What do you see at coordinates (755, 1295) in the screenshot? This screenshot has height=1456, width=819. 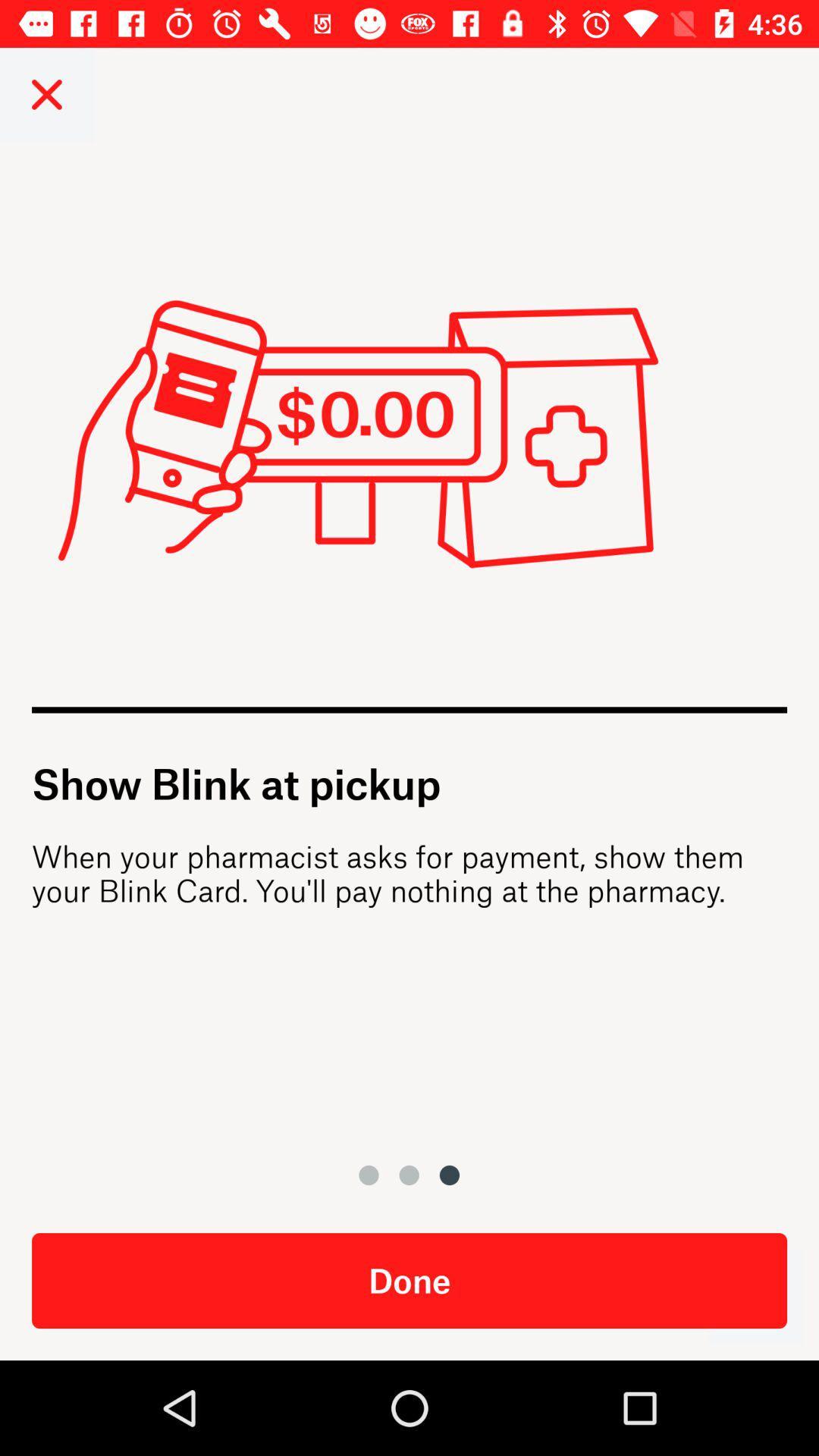 I see `finish slide tutorial` at bounding box center [755, 1295].